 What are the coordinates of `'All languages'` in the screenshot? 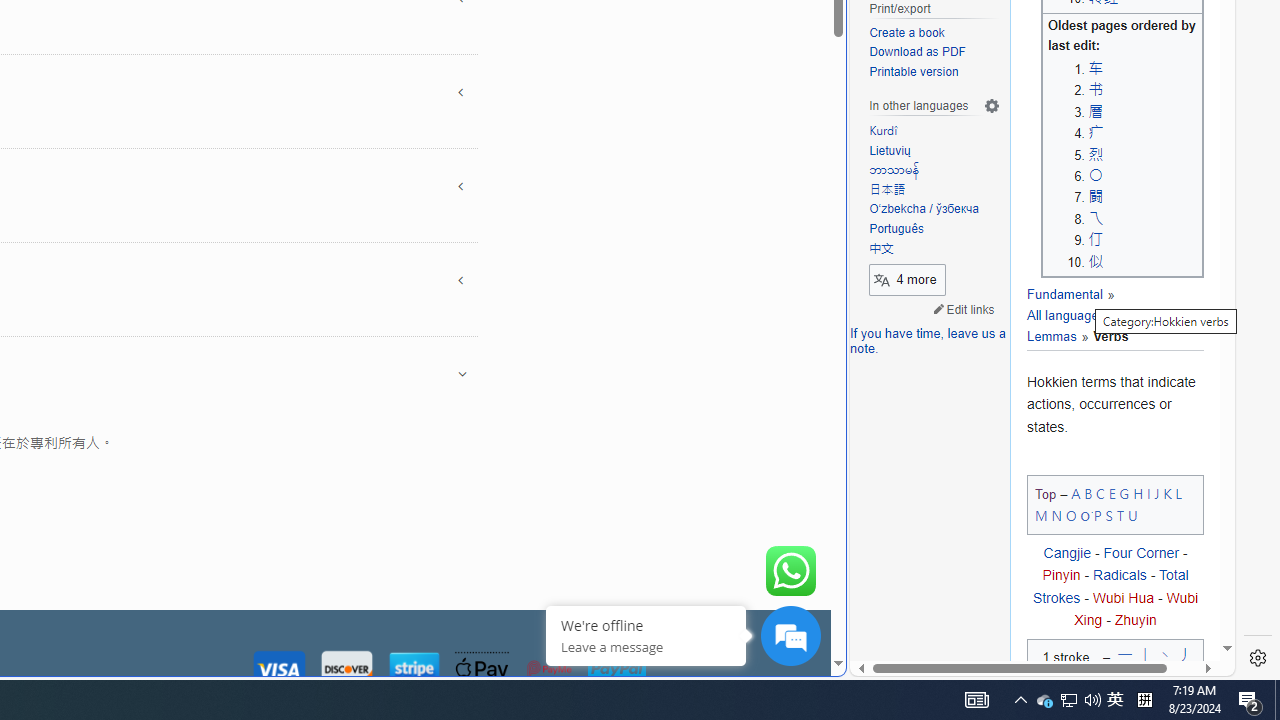 It's located at (1065, 315).